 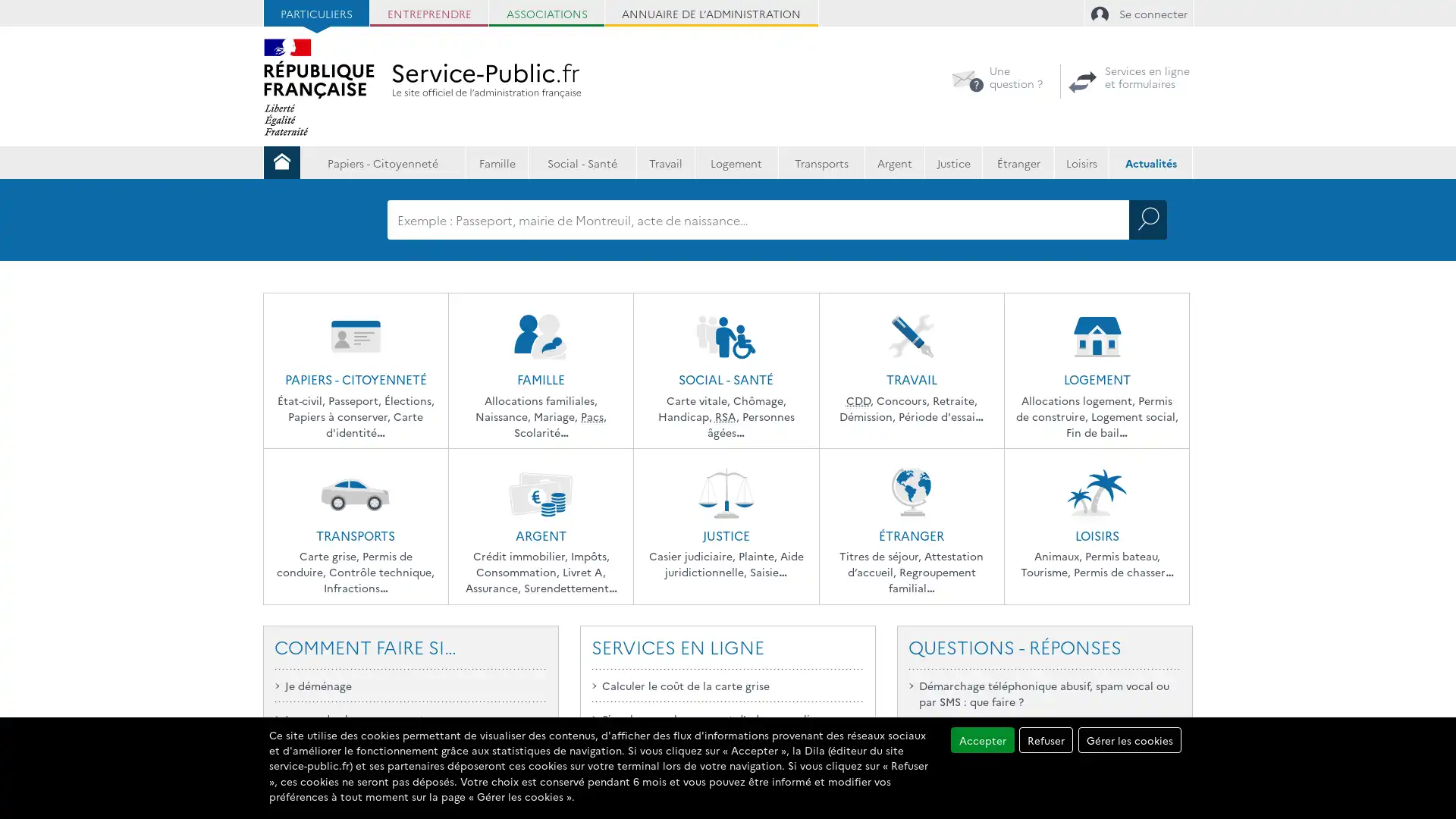 What do you see at coordinates (382, 162) in the screenshot?
I see `Papiers - Citoyennete` at bounding box center [382, 162].